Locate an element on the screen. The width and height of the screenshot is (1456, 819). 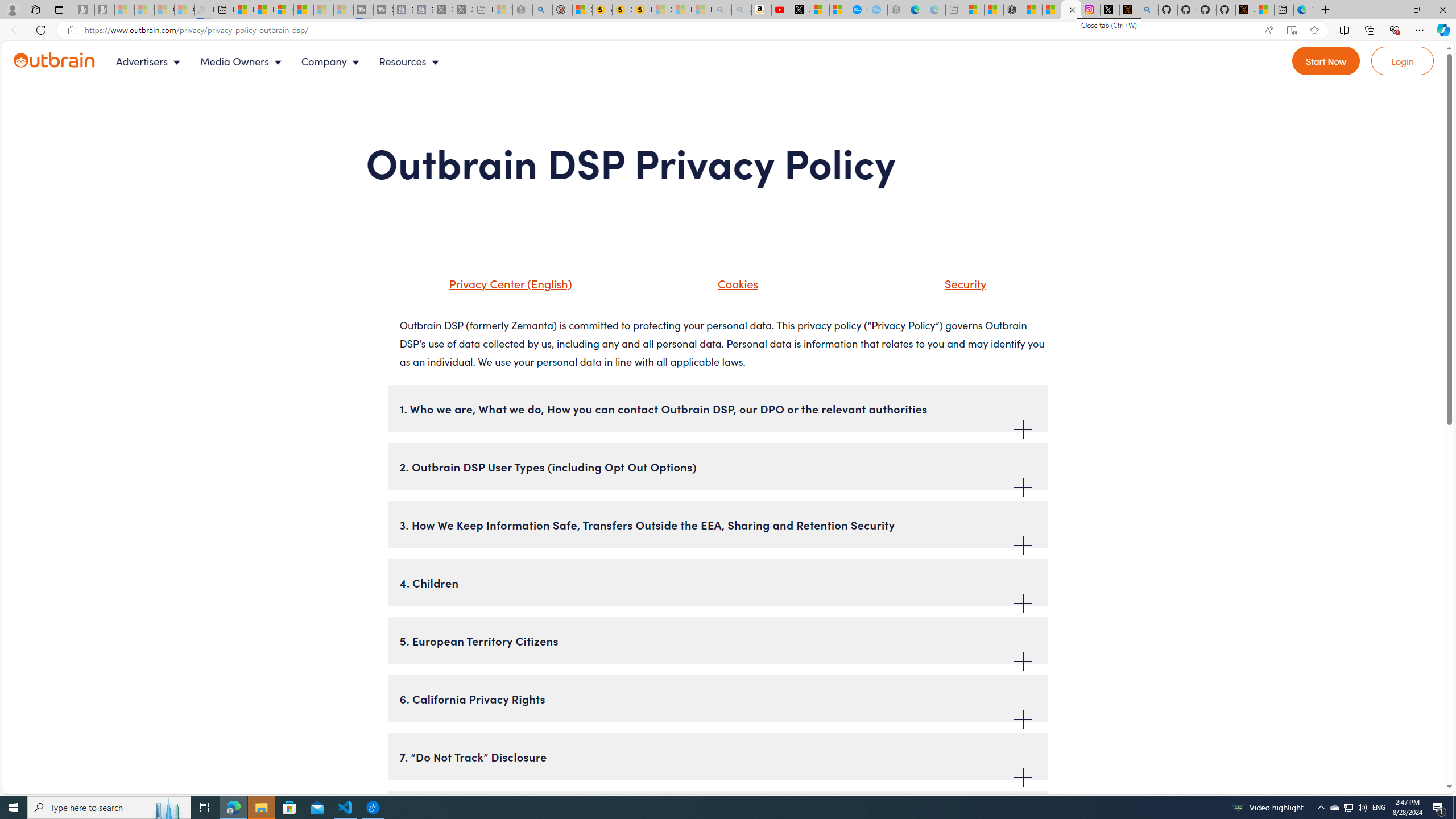
'Welcome to Microsoft Edge' is located at coordinates (1302, 9).